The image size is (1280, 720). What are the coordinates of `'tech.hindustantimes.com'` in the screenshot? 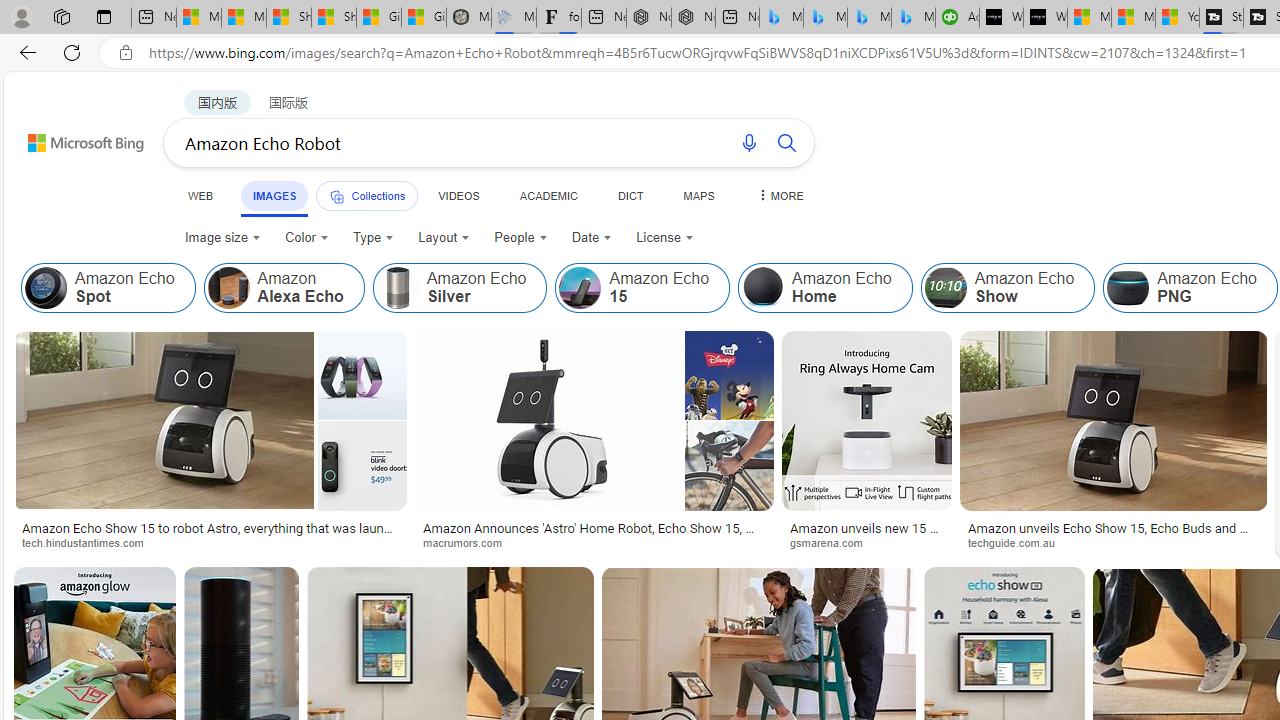 It's located at (88, 542).